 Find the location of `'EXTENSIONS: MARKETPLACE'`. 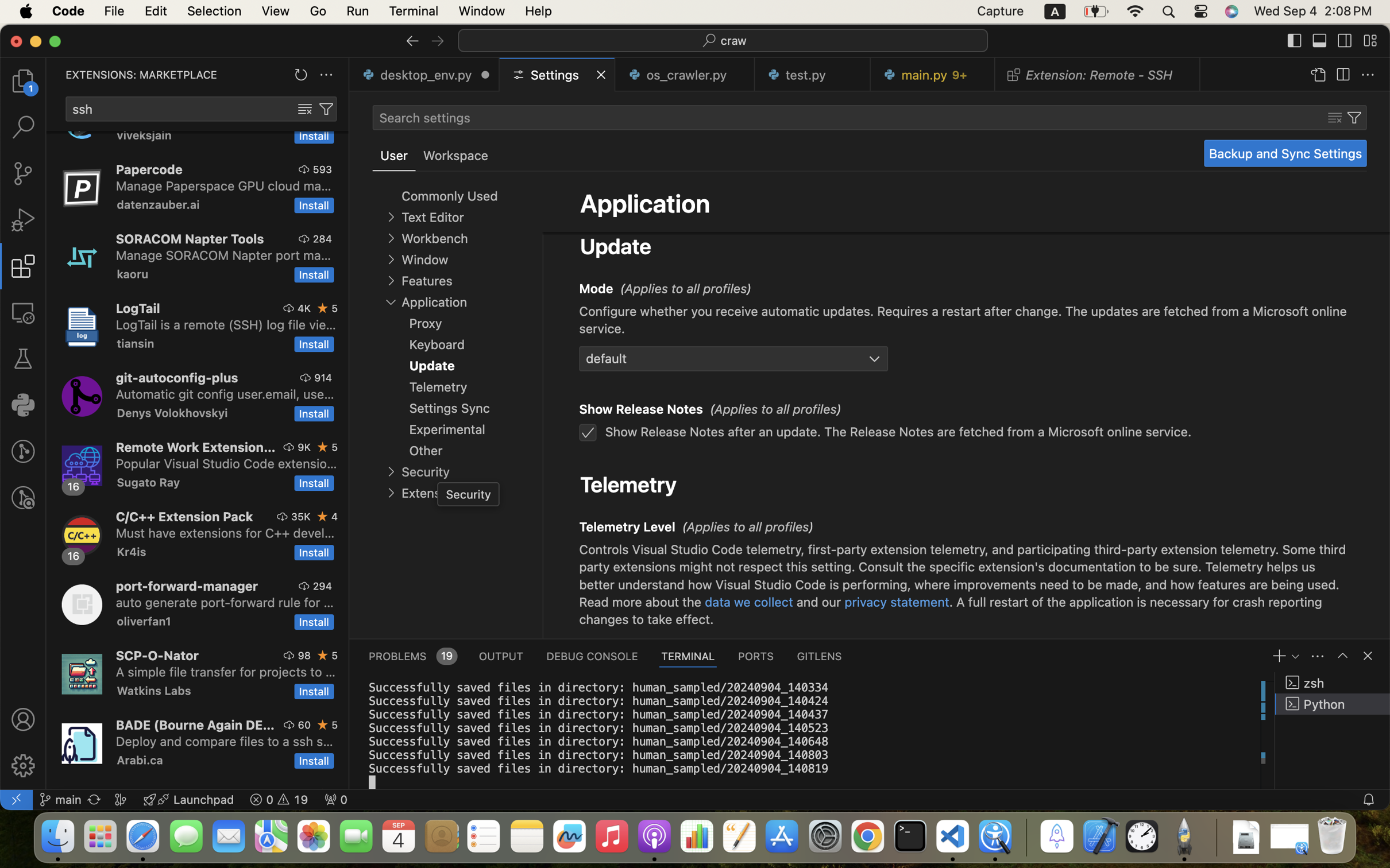

'EXTENSIONS: MARKETPLACE' is located at coordinates (141, 74).